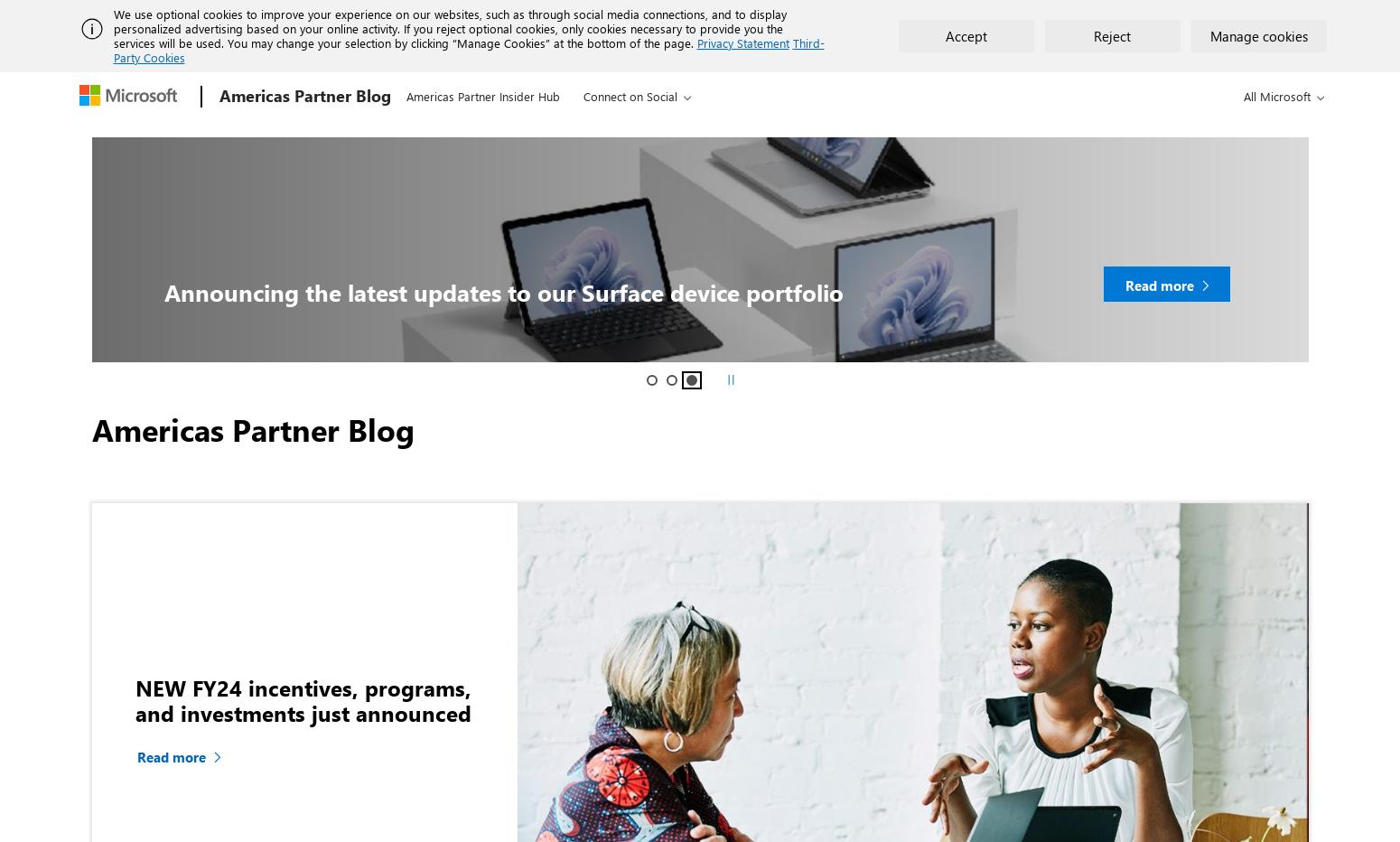 The width and height of the screenshot is (1400, 842). Describe the element at coordinates (529, 379) in the screenshot. I see `'Microsoft partners innovate to help meet the evolving needs of students and educators'` at that location.